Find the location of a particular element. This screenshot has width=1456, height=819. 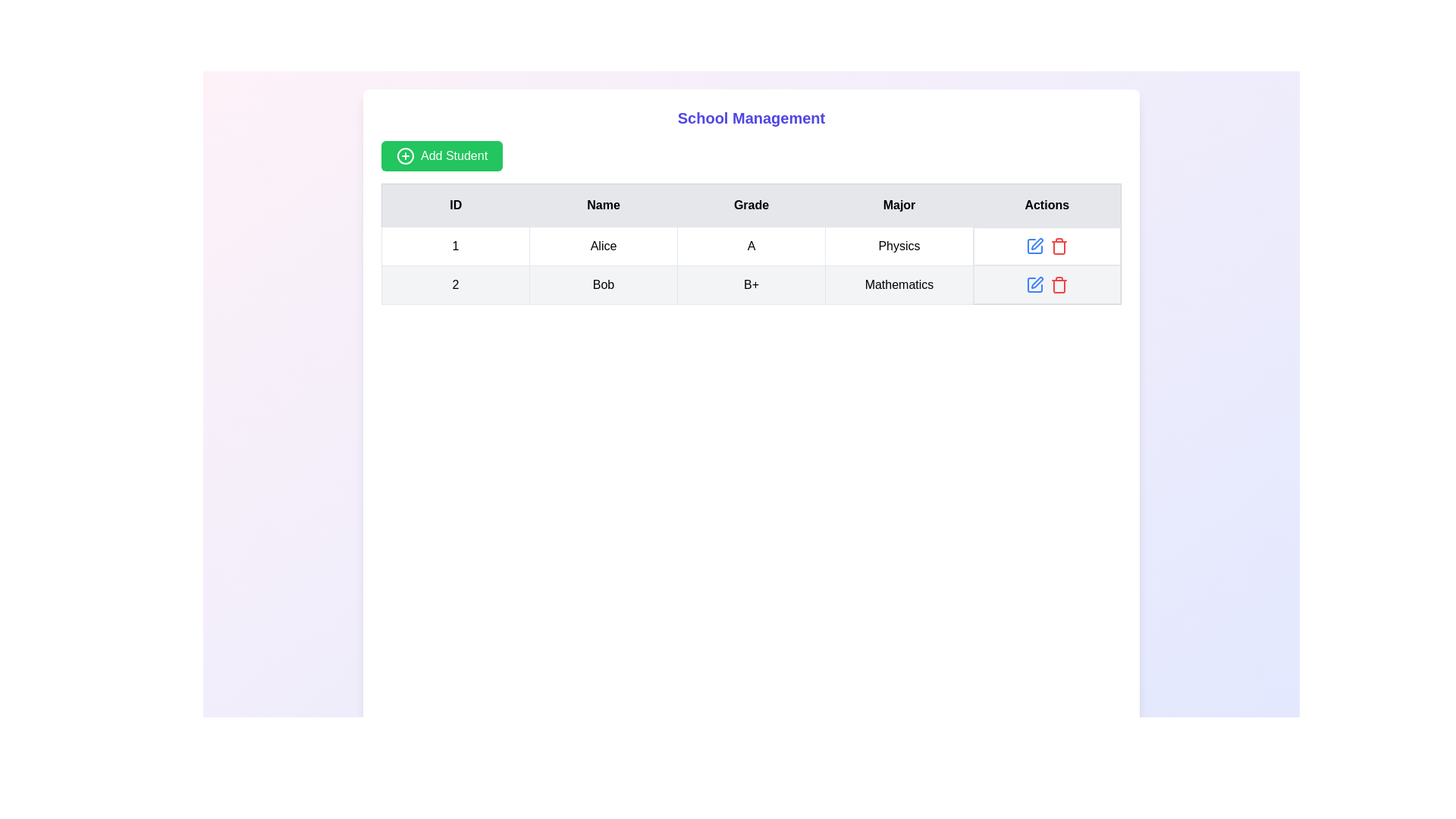

the 'Edit' button located in the 'Actions' column of the second row in the table to observe hover effects is located at coordinates (1034, 284).